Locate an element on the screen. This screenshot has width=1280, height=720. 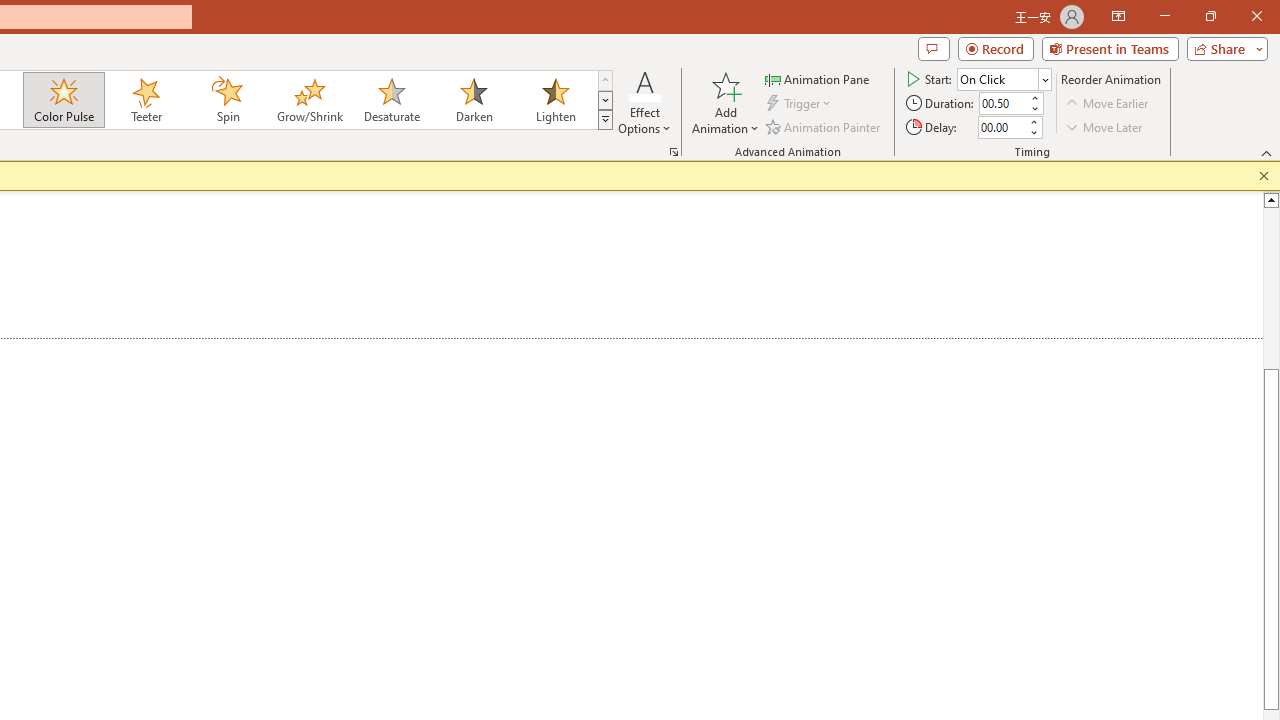
'Effect Options' is located at coordinates (645, 103).